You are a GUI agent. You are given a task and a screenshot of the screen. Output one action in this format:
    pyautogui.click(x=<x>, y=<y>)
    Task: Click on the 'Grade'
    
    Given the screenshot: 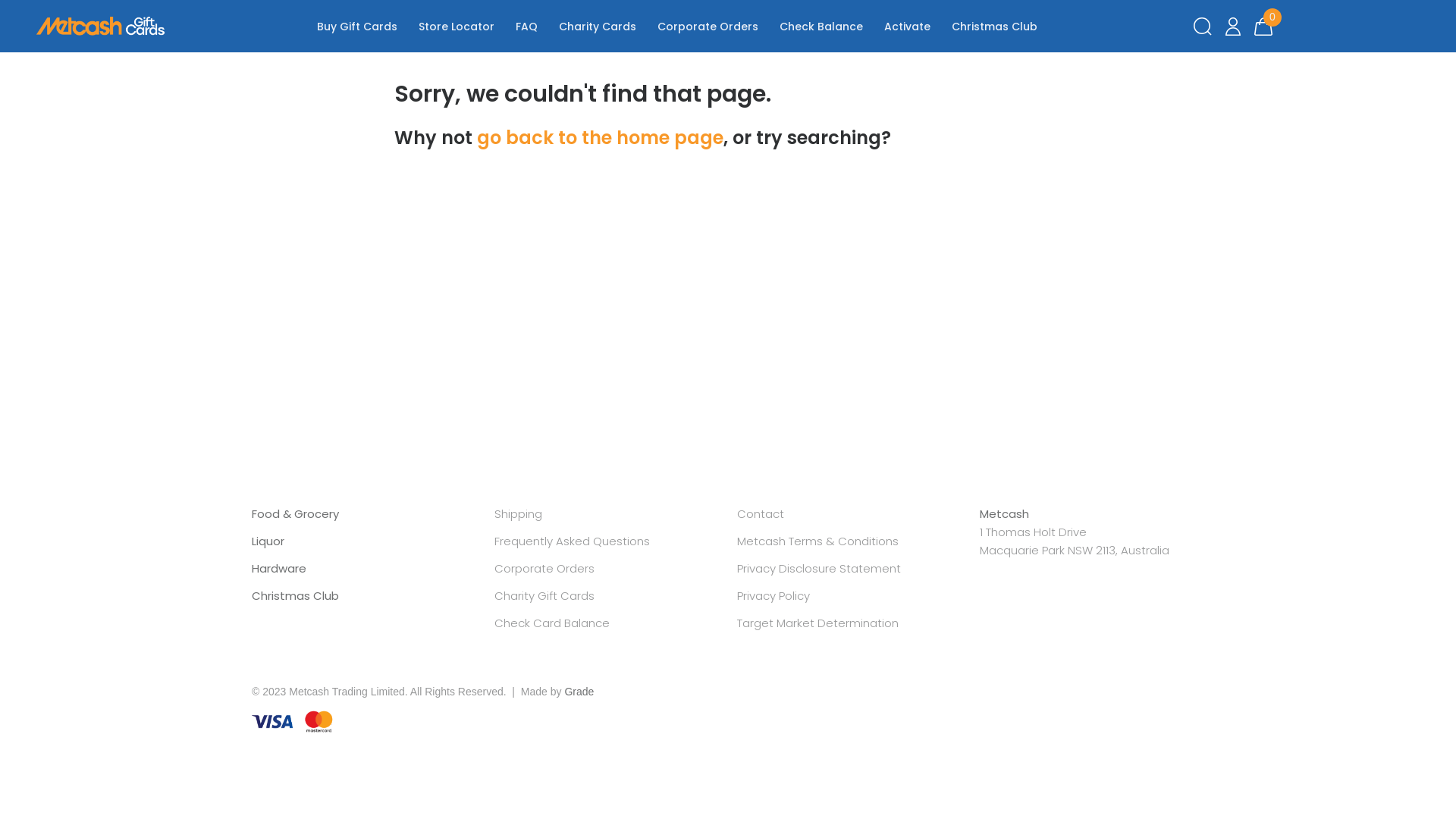 What is the action you would take?
    pyautogui.click(x=578, y=691)
    